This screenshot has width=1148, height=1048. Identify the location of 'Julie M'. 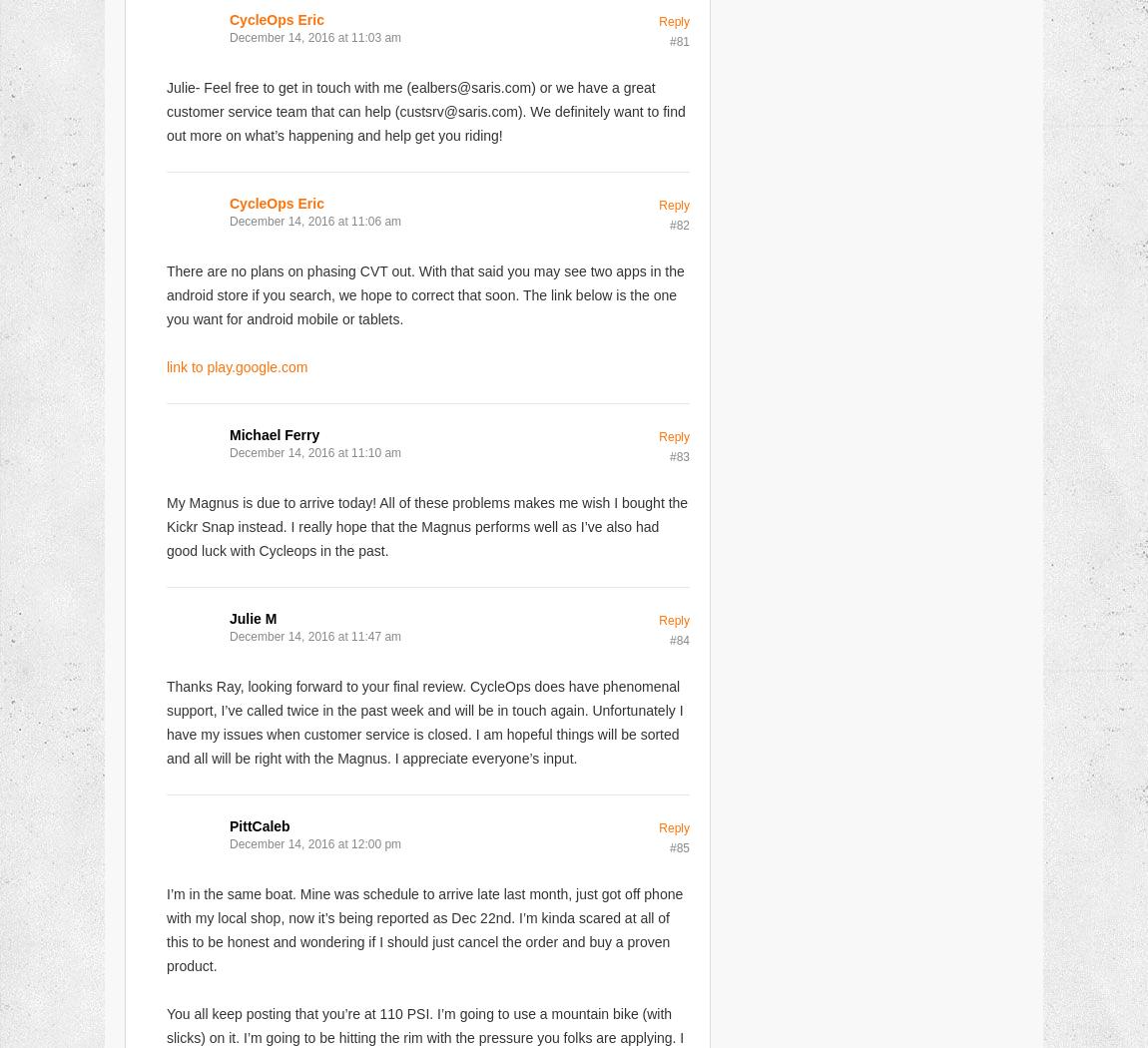
(252, 617).